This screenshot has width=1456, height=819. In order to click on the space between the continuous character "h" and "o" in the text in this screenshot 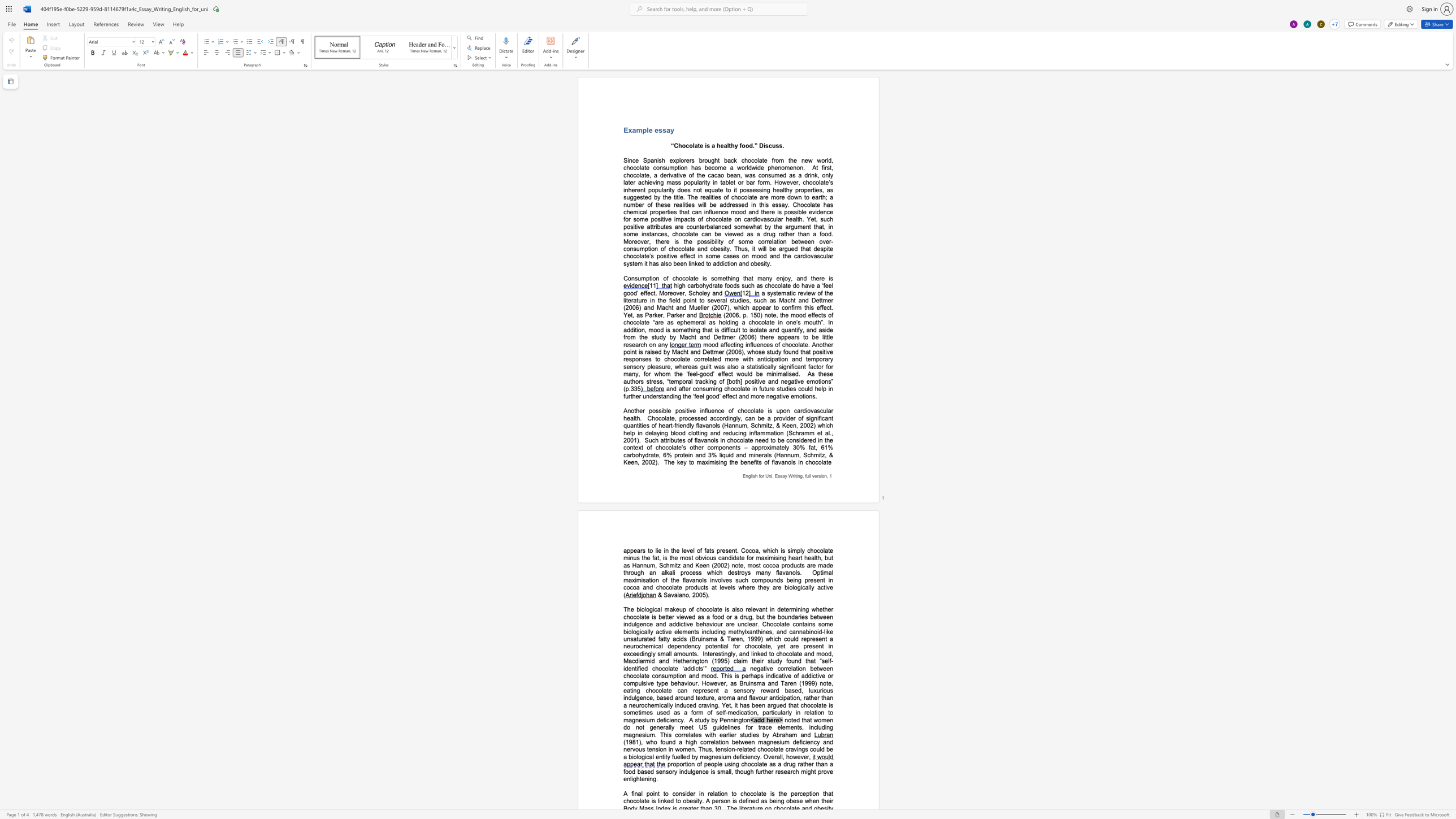, I will do `click(812, 462)`.